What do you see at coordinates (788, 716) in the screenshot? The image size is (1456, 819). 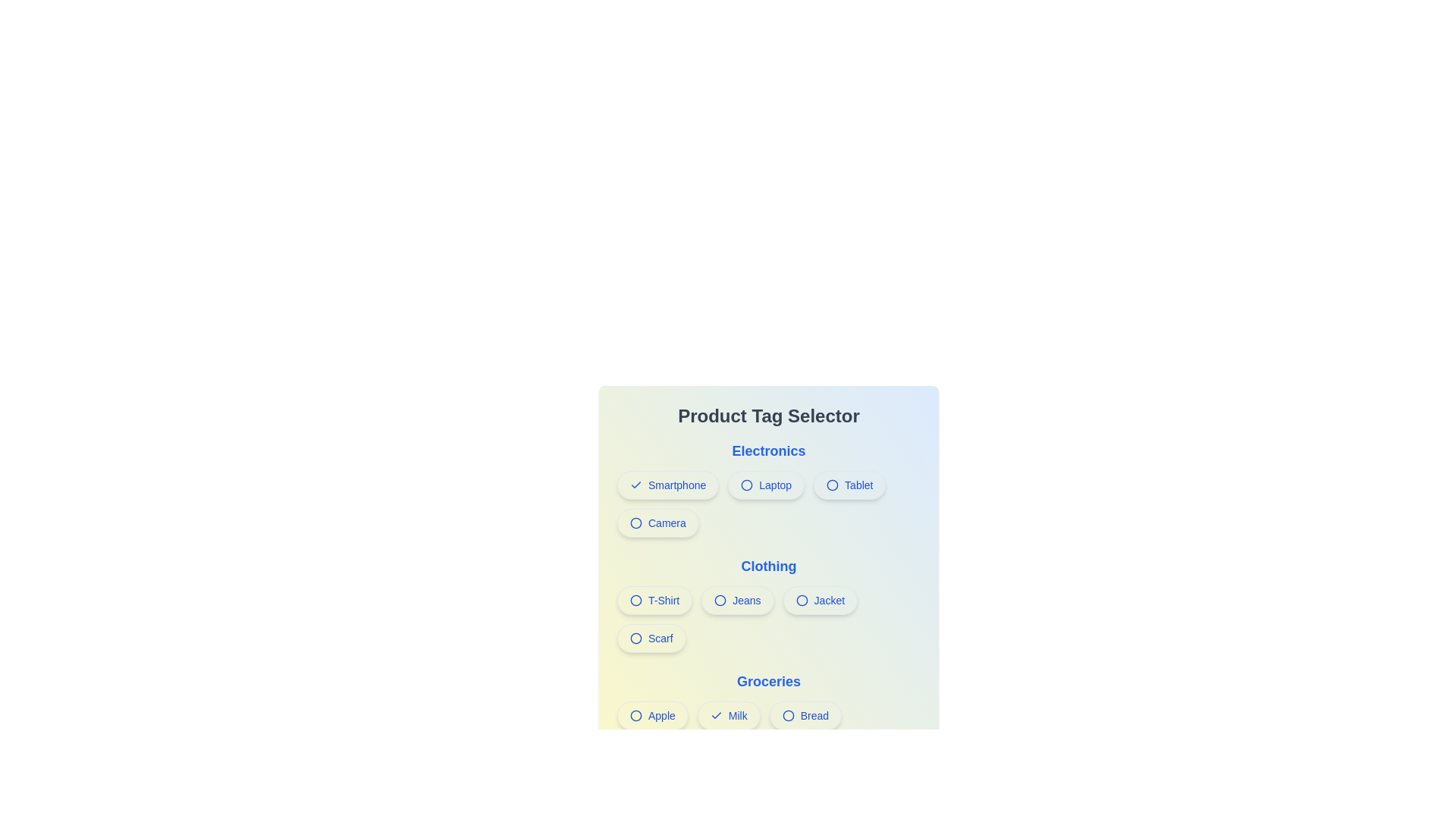 I see `the circular outline representing the selection state for the 'Bread' option in the 'Groceries' category` at bounding box center [788, 716].